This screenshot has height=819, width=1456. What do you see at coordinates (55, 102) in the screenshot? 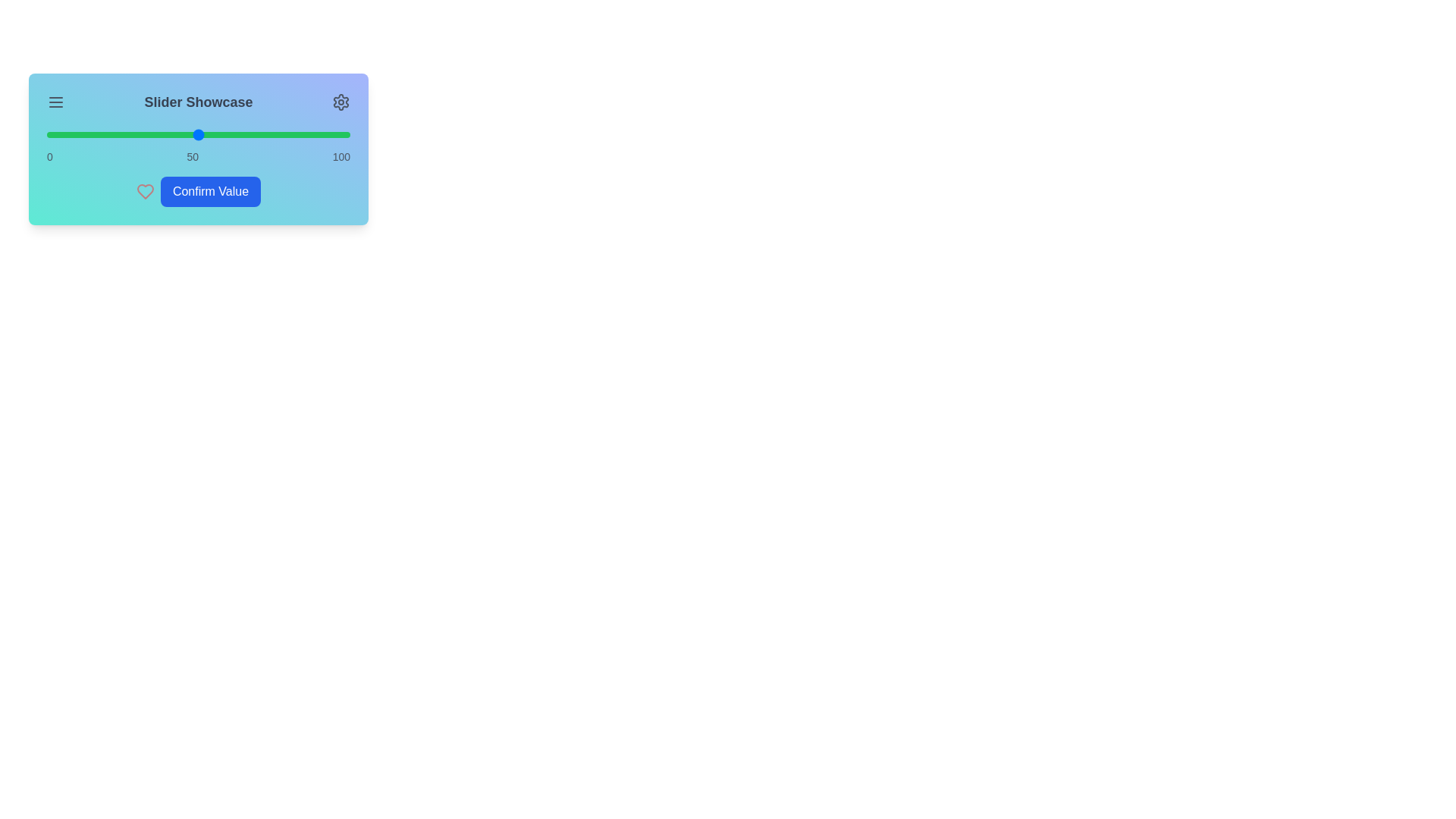
I see `the Menu icon` at bounding box center [55, 102].